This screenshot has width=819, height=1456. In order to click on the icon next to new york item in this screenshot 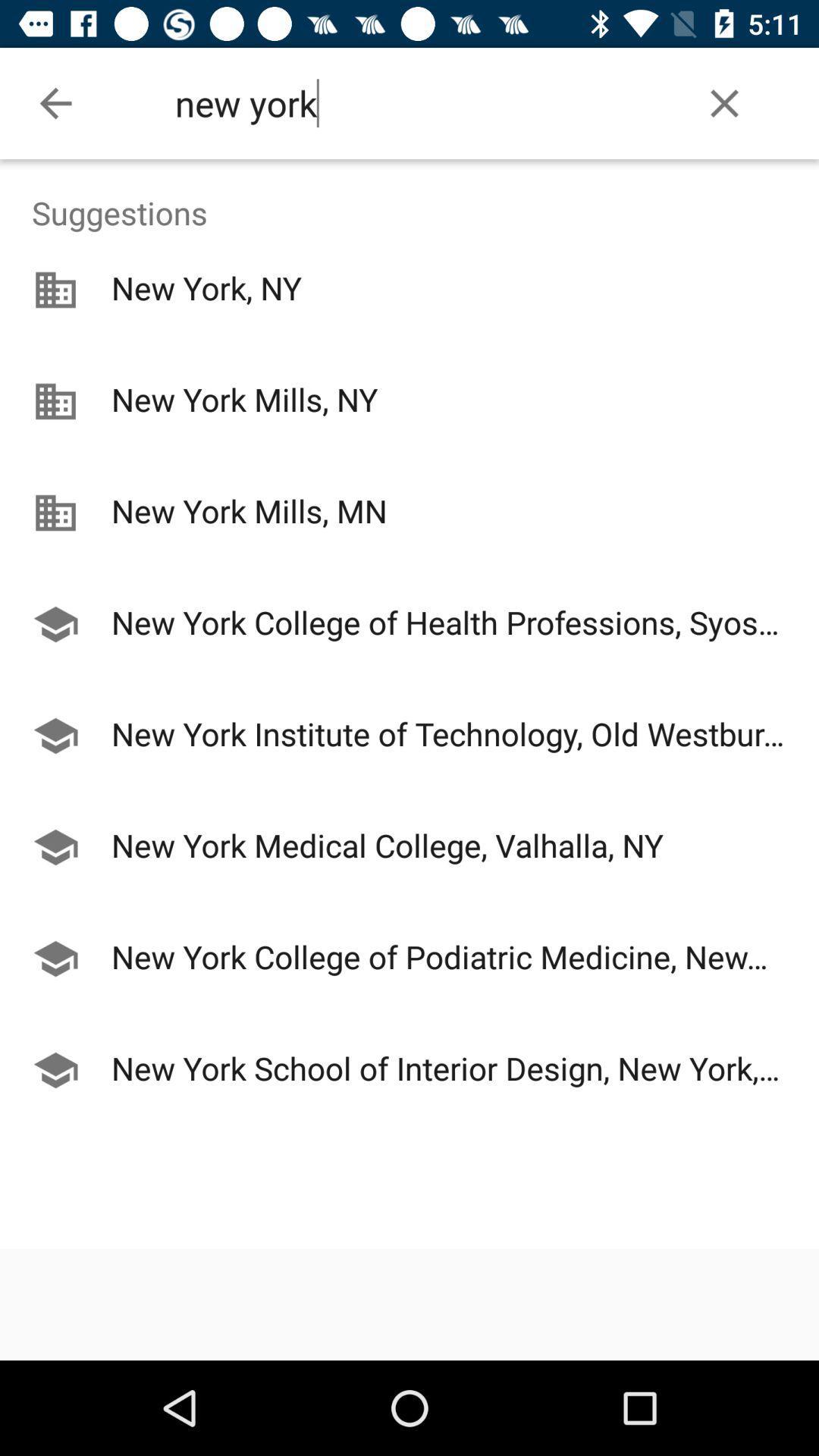, I will do `click(55, 102)`.